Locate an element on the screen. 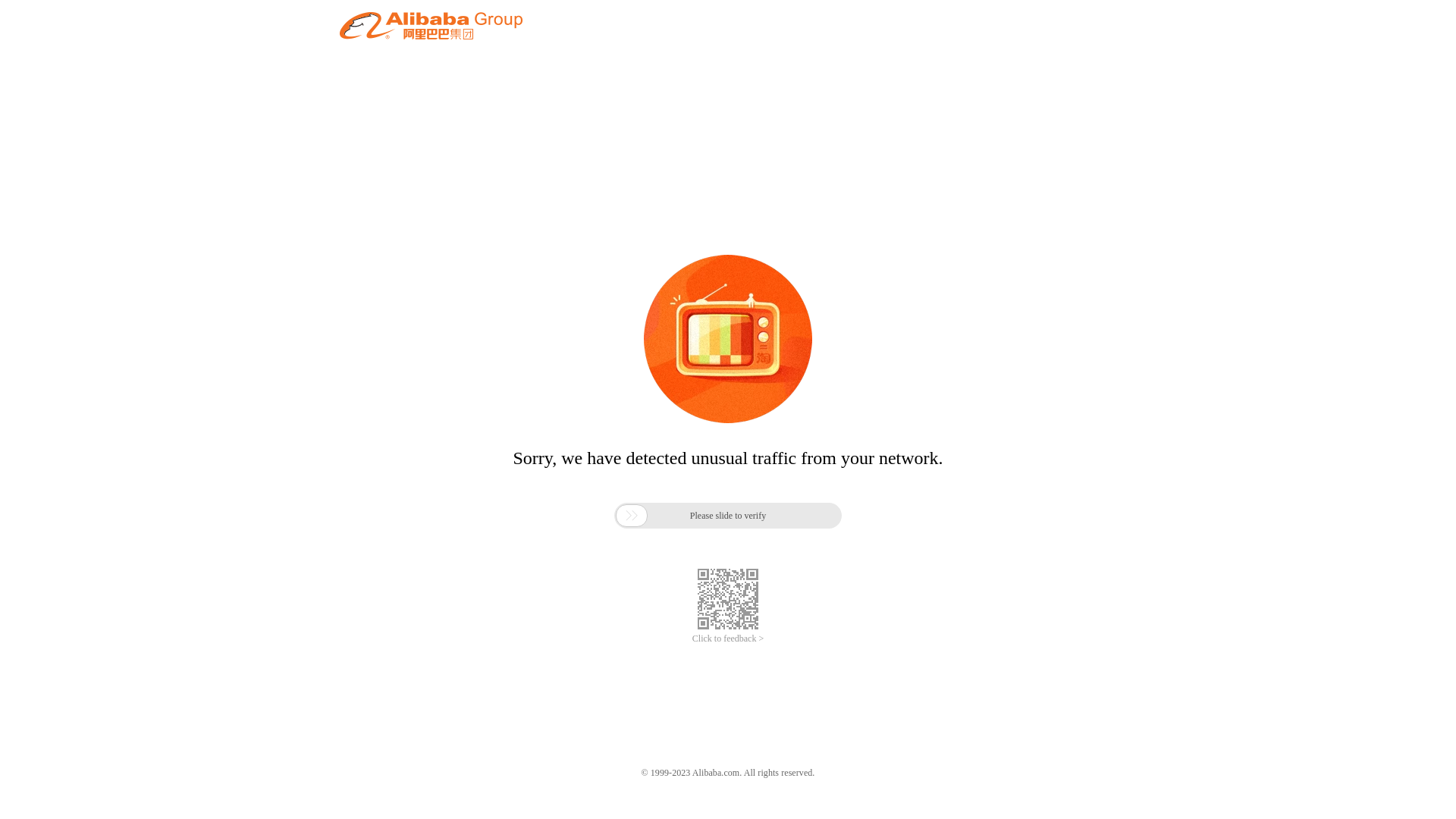  'Click to feedback >' is located at coordinates (691, 639).